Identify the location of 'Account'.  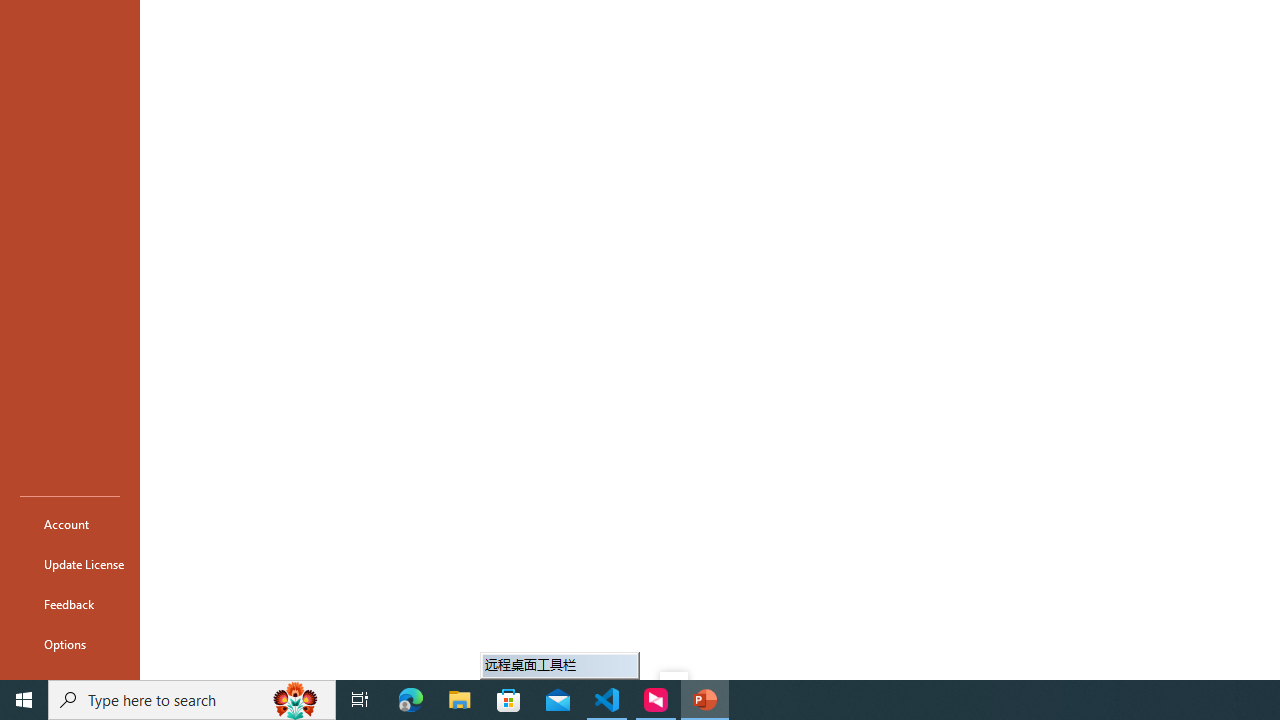
(69, 523).